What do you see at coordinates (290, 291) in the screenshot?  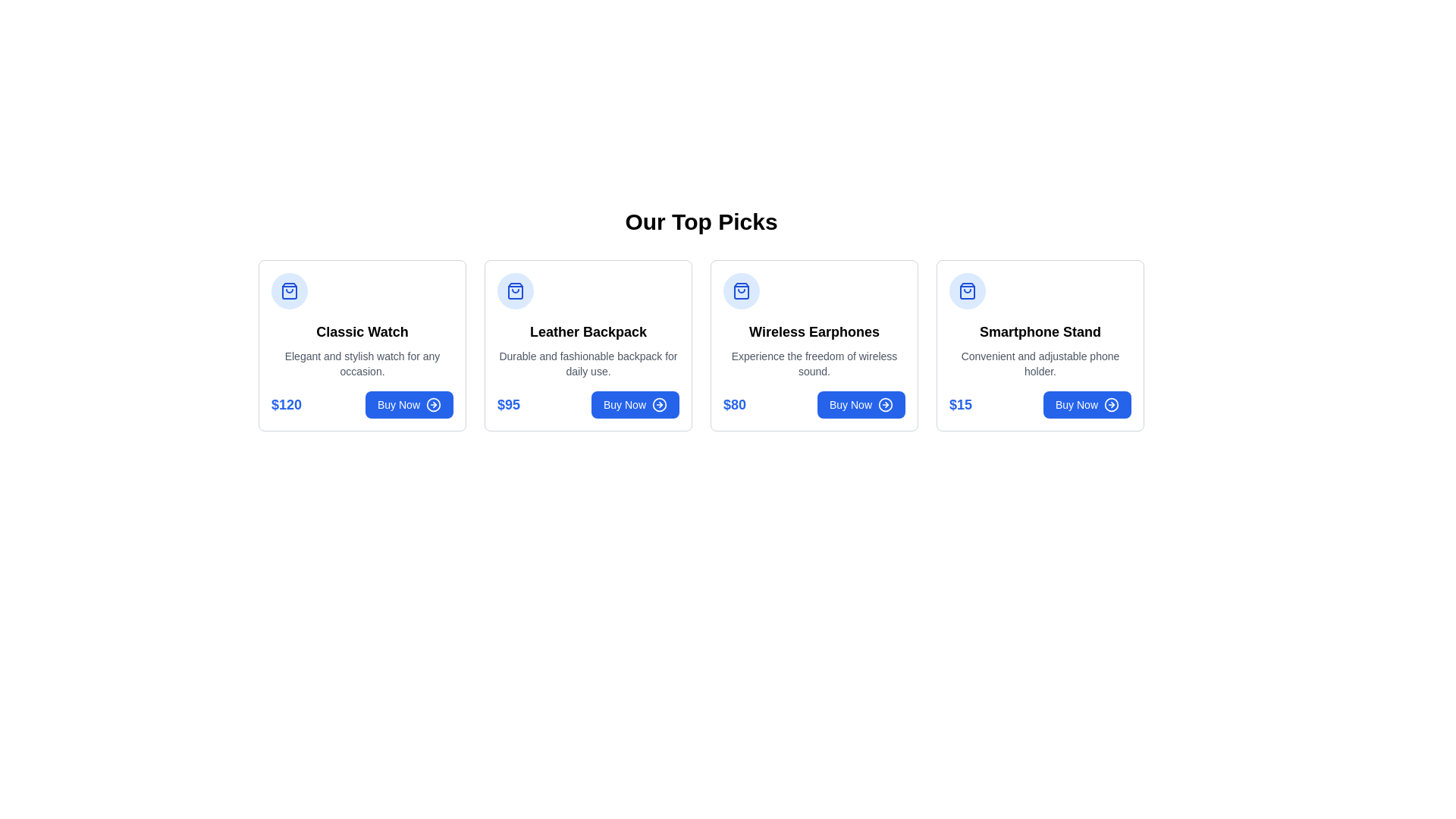 I see `the shopping bag icon located at the top-left corner inside the first card of the product list, above the item description for 'Classic Watch'` at bounding box center [290, 291].